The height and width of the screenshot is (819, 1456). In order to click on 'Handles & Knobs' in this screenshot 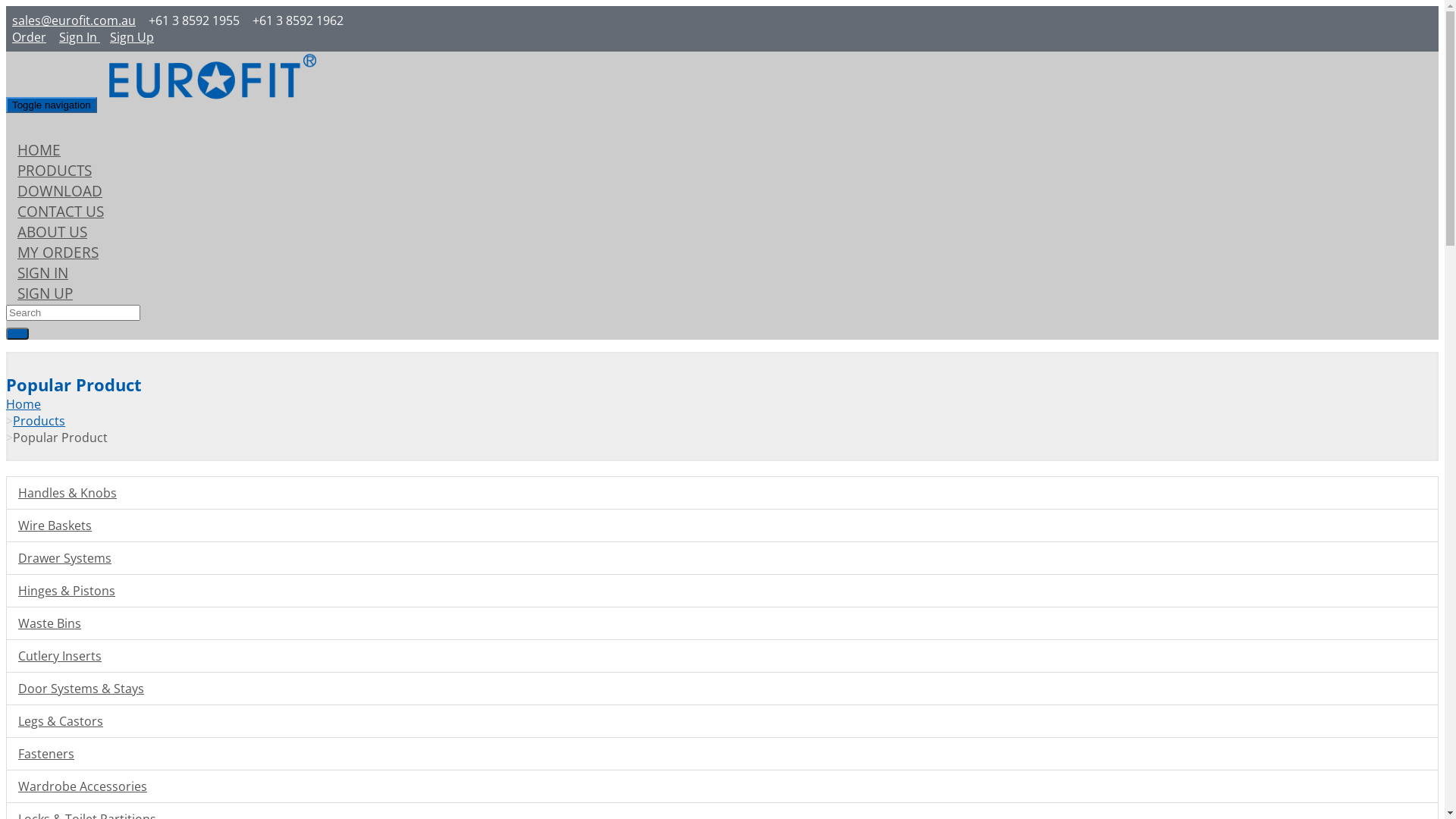, I will do `click(6, 493)`.